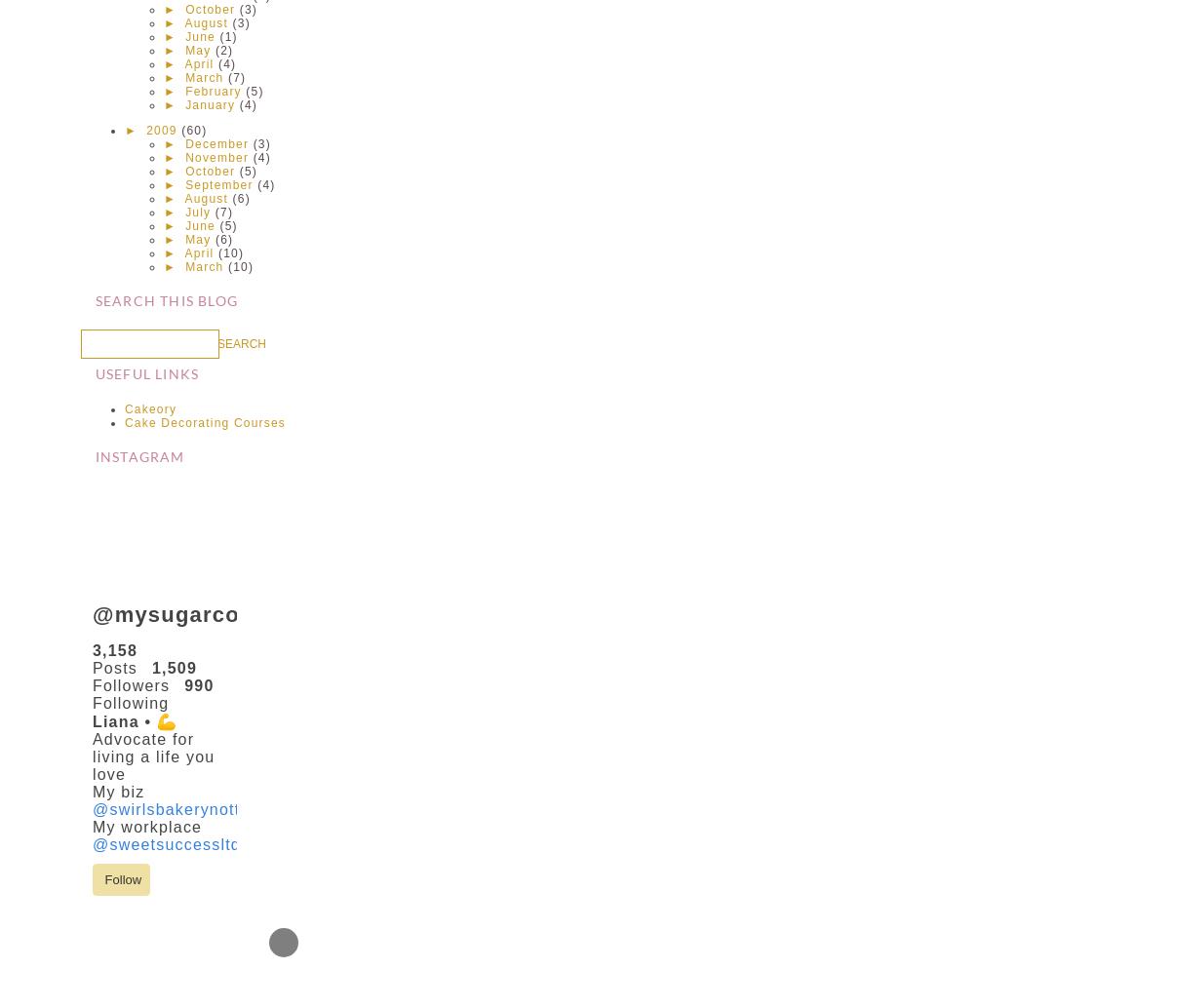 This screenshot has height=1008, width=1178. Describe the element at coordinates (91, 826) in the screenshot. I see `'My workplace'` at that location.